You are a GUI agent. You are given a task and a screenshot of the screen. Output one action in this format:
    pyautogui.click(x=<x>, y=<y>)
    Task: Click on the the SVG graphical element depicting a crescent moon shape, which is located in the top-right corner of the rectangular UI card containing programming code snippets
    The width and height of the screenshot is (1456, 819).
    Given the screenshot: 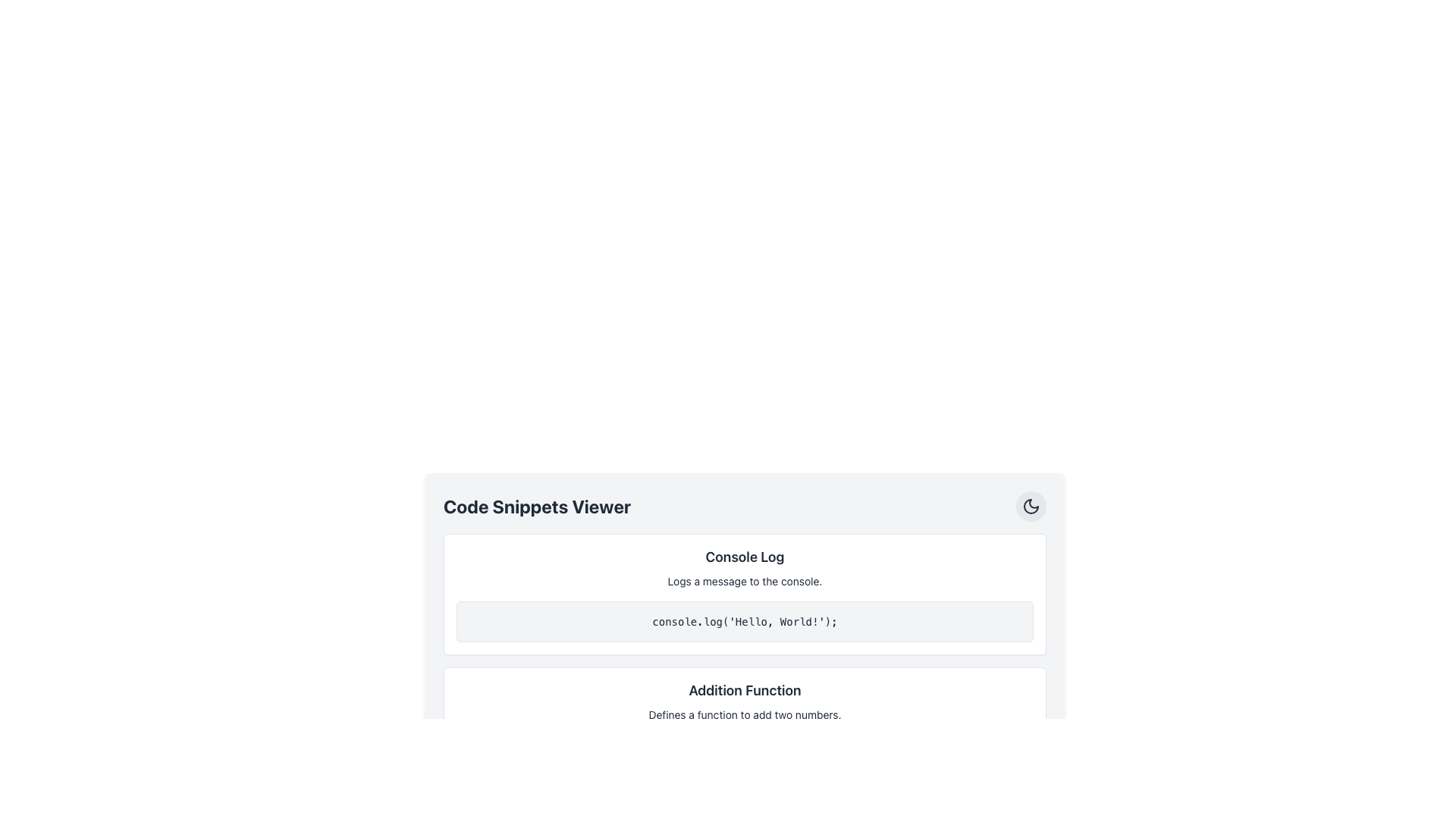 What is the action you would take?
    pyautogui.click(x=1031, y=506)
    